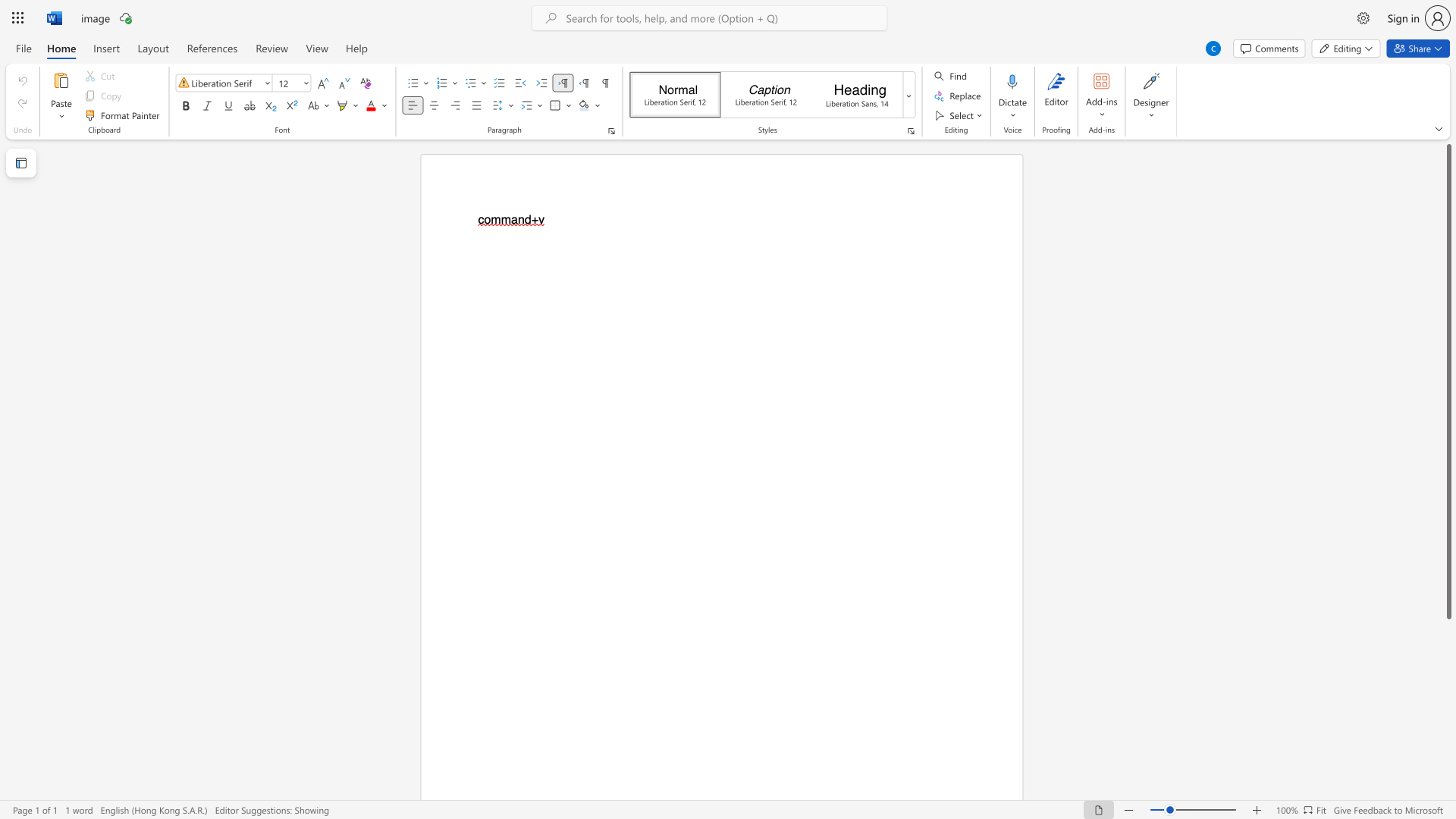 The width and height of the screenshot is (1456, 819). Describe the element at coordinates (1448, 719) in the screenshot. I see `the scrollbar to move the page down` at that location.